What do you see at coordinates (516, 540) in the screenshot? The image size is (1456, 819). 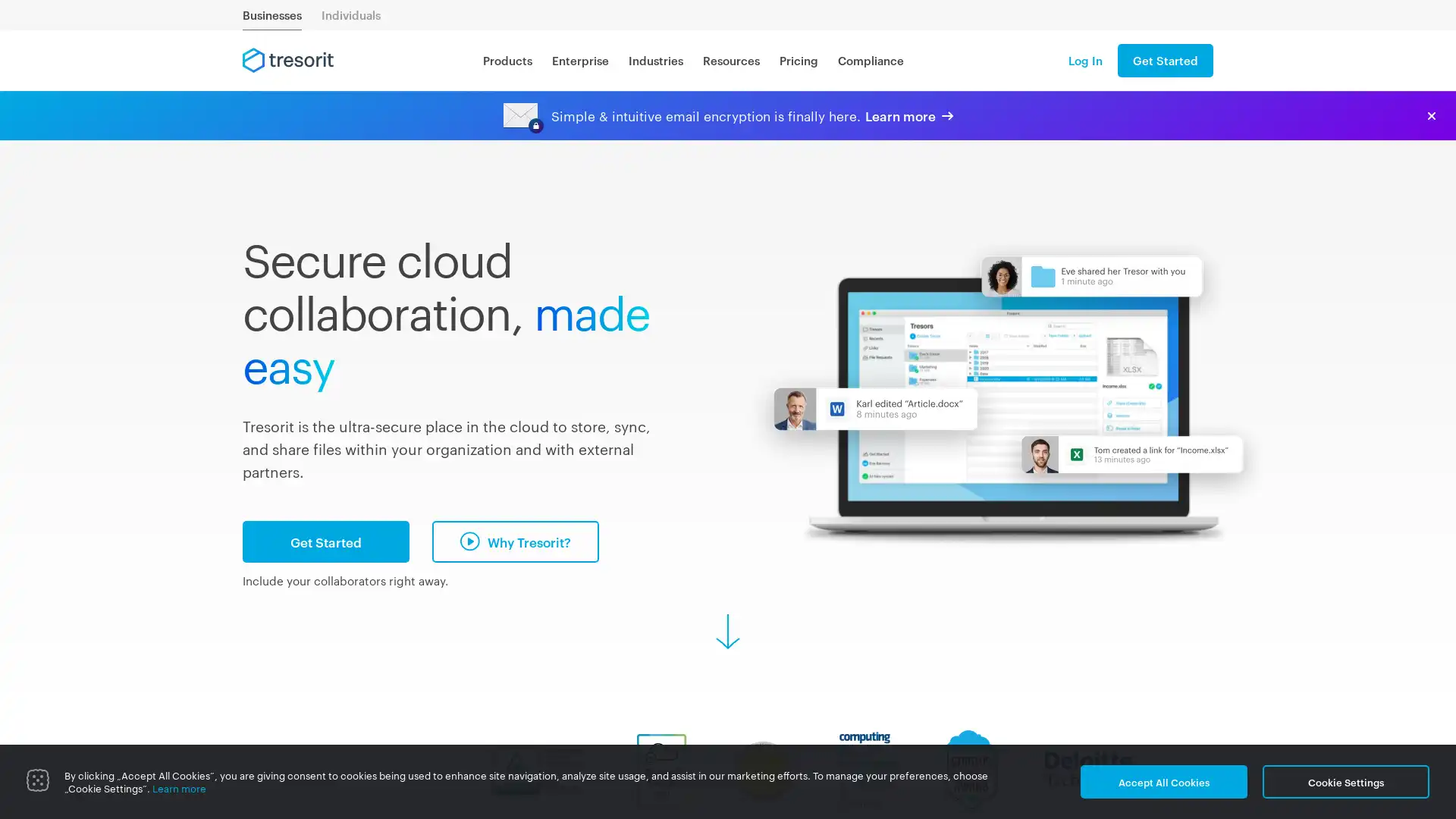 I see `Why Tresorit?` at bounding box center [516, 540].